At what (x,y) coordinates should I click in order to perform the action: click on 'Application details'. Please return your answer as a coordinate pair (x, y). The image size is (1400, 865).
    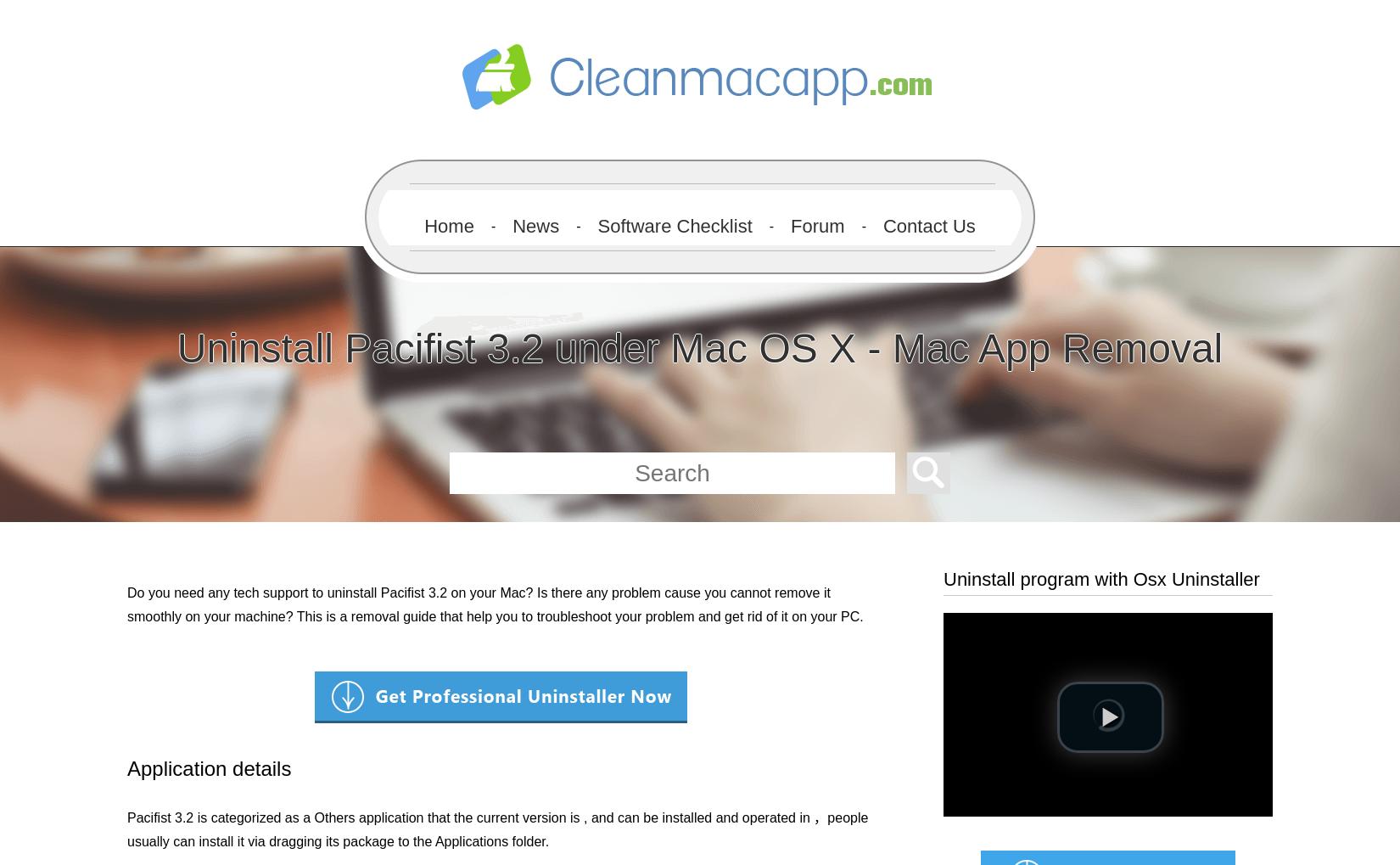
    Looking at the image, I should click on (126, 768).